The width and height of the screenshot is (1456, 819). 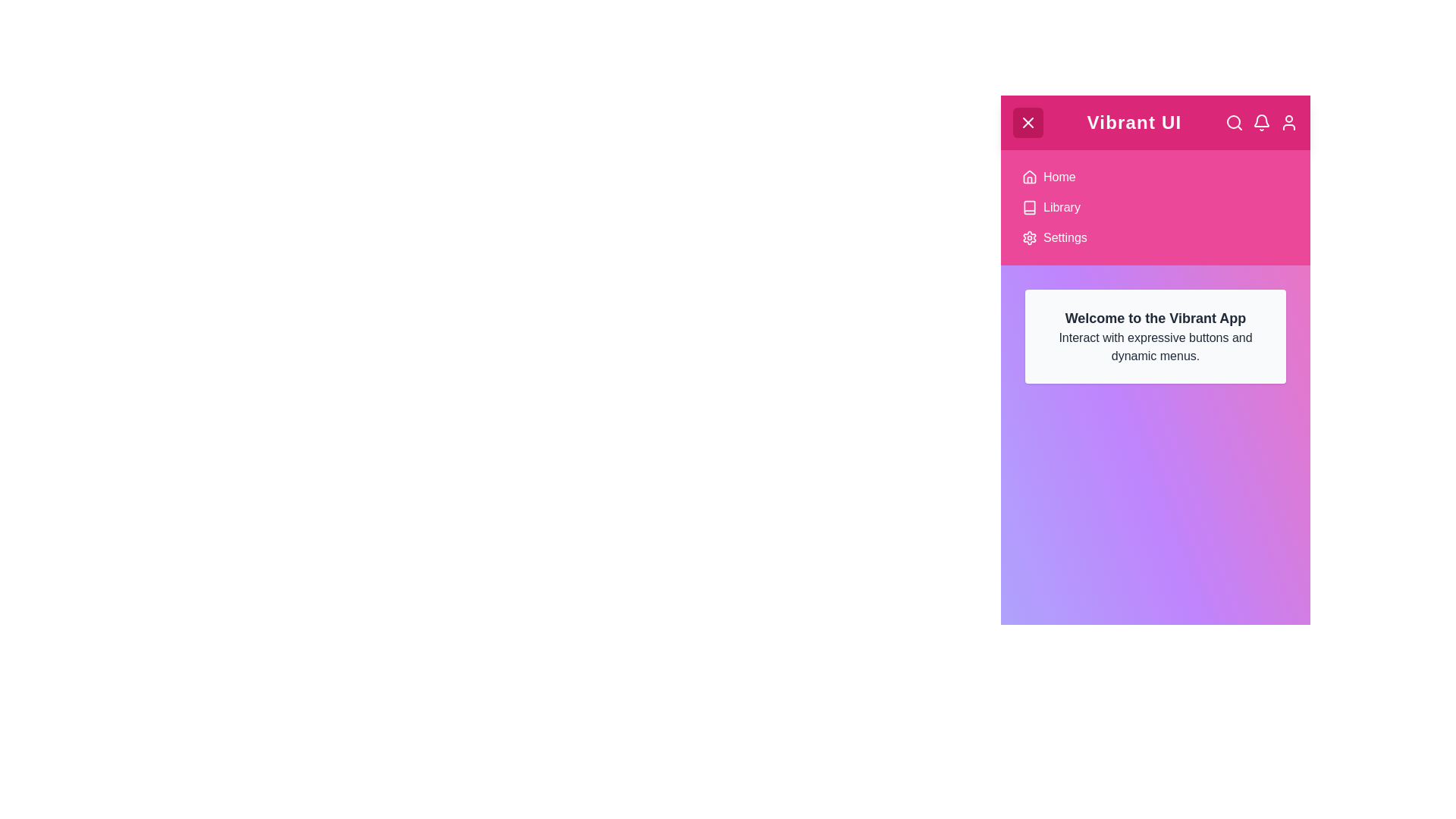 What do you see at coordinates (1234, 122) in the screenshot?
I see `the search button in the header` at bounding box center [1234, 122].